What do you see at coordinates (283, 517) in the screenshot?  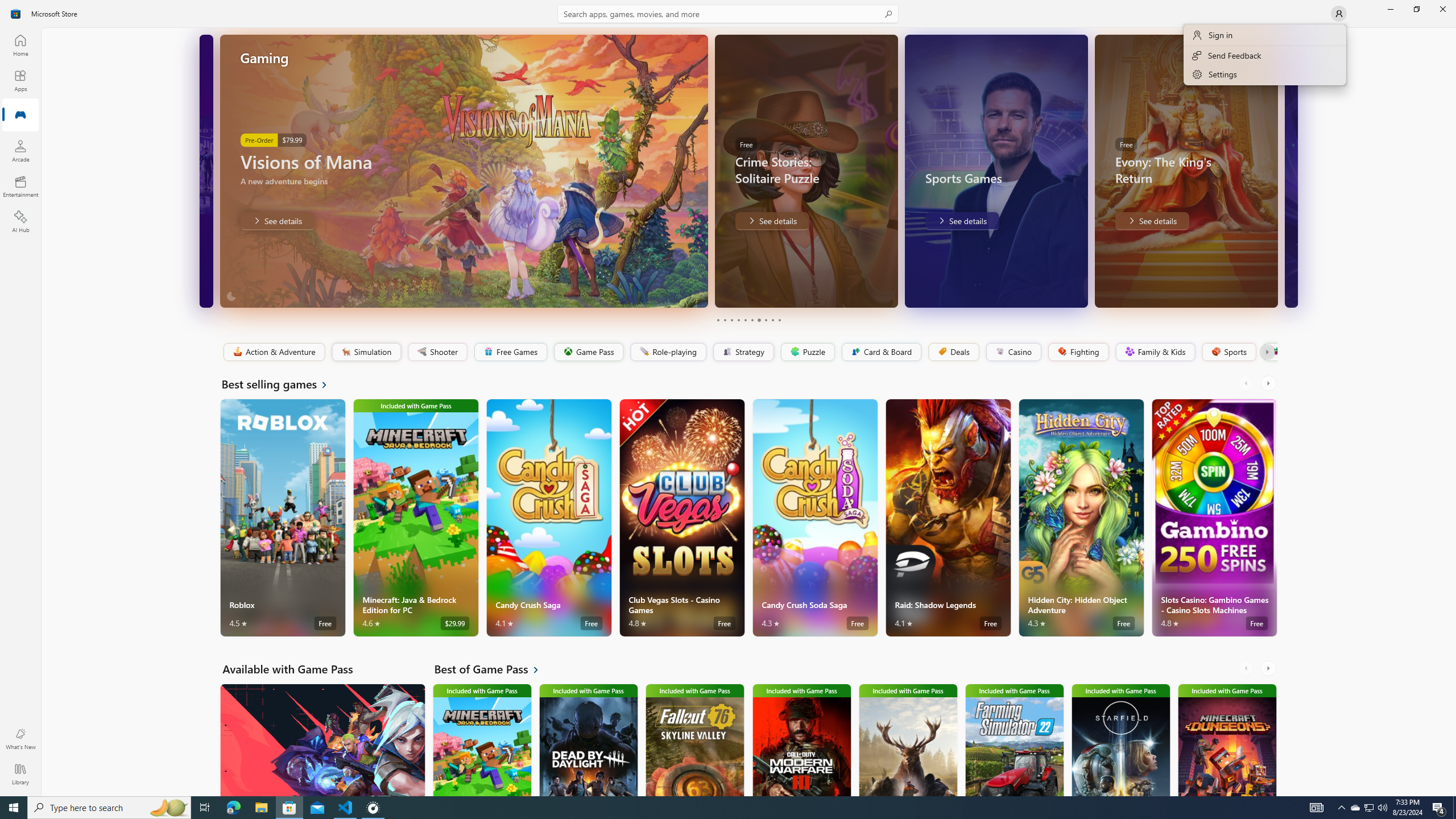 I see `'Roblox. Average rating of 4.5 out of five stars. Free  '` at bounding box center [283, 517].